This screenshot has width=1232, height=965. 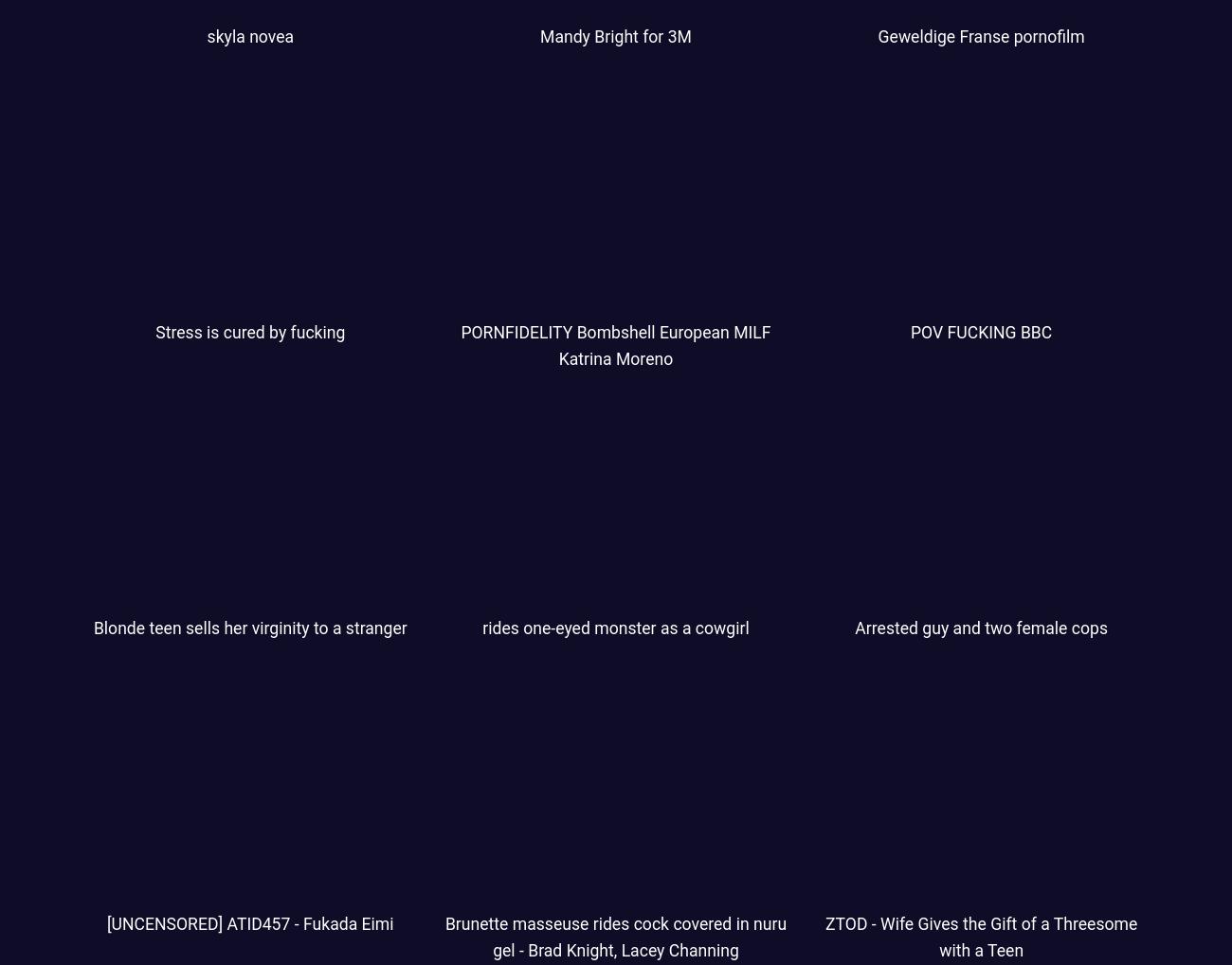 What do you see at coordinates (981, 35) in the screenshot?
I see `'Geweldige Franse pornofilm'` at bounding box center [981, 35].